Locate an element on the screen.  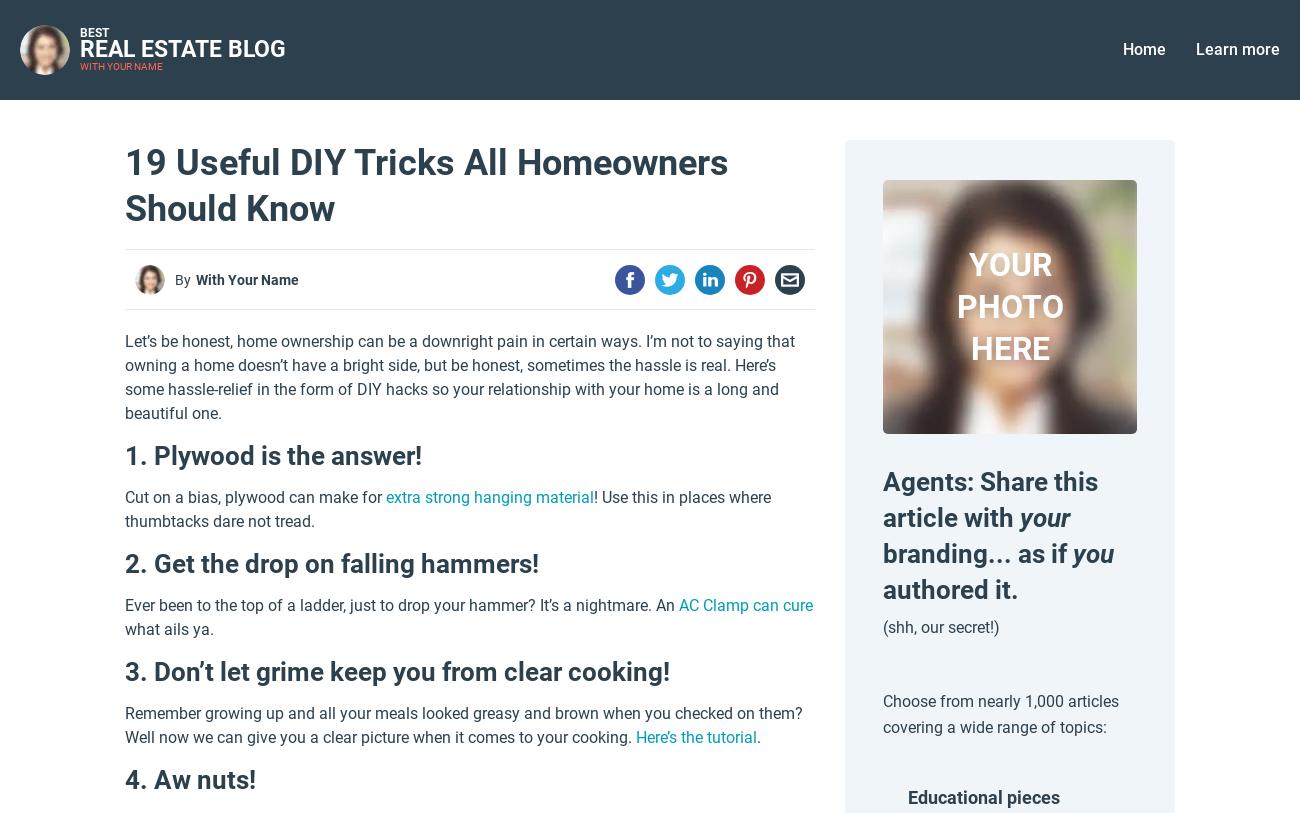
'4. Aw nuts!' is located at coordinates (190, 779).